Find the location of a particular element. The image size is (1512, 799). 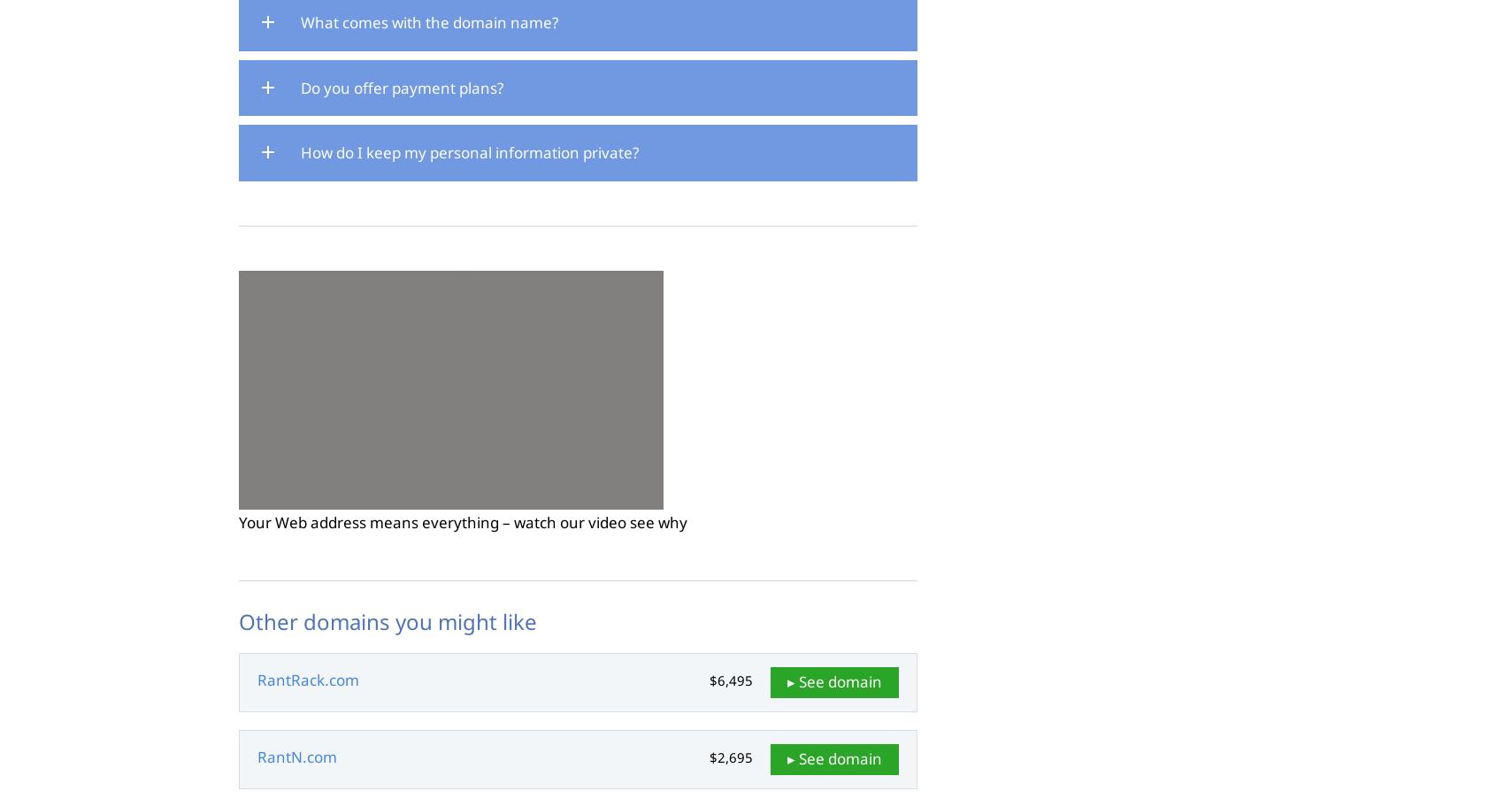

'$6,495' is located at coordinates (729, 680).